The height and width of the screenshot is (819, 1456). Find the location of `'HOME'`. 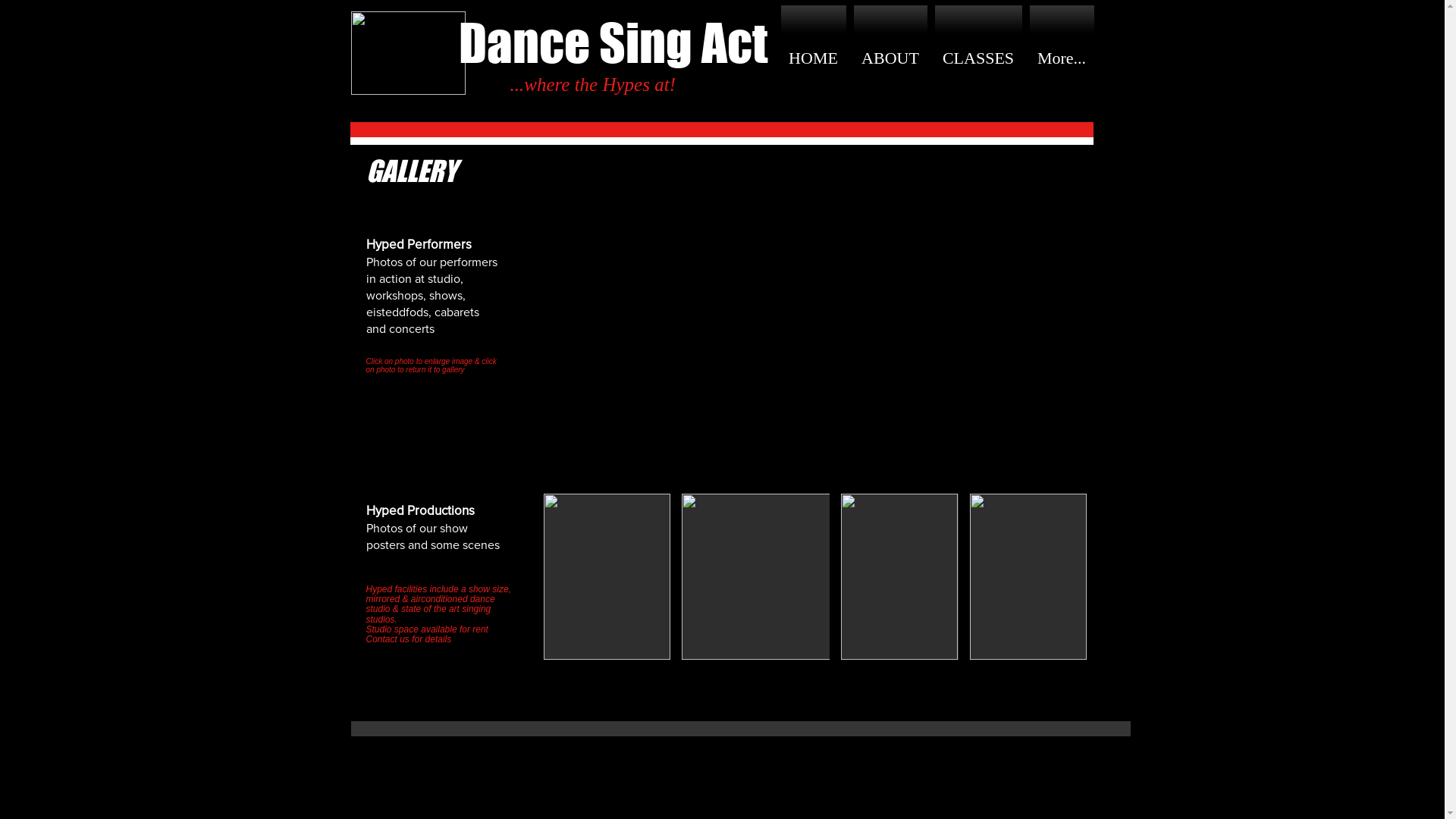

'HOME' is located at coordinates (781, 58).